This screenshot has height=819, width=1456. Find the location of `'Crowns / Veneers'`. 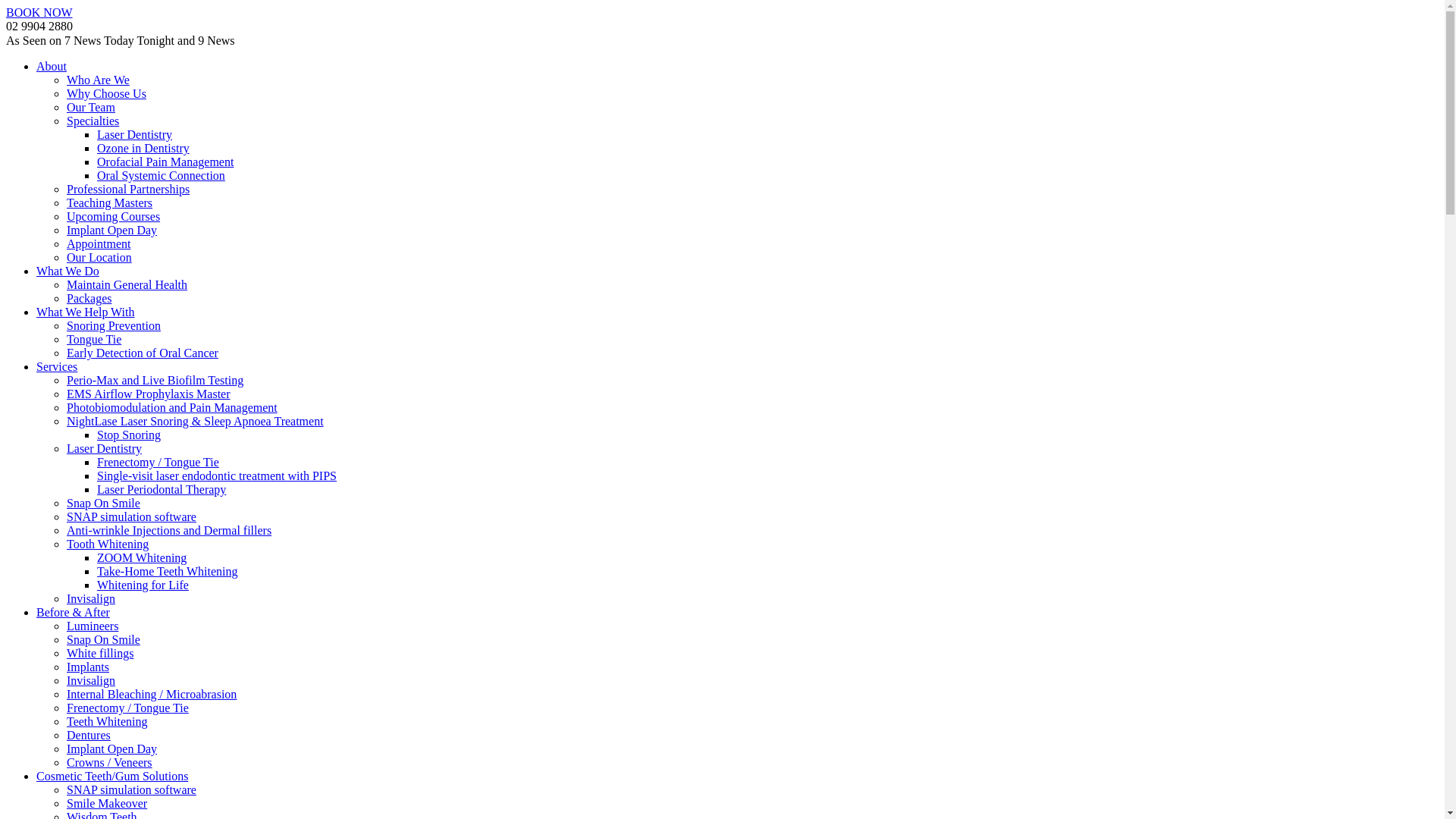

'Crowns / Veneers' is located at coordinates (108, 762).